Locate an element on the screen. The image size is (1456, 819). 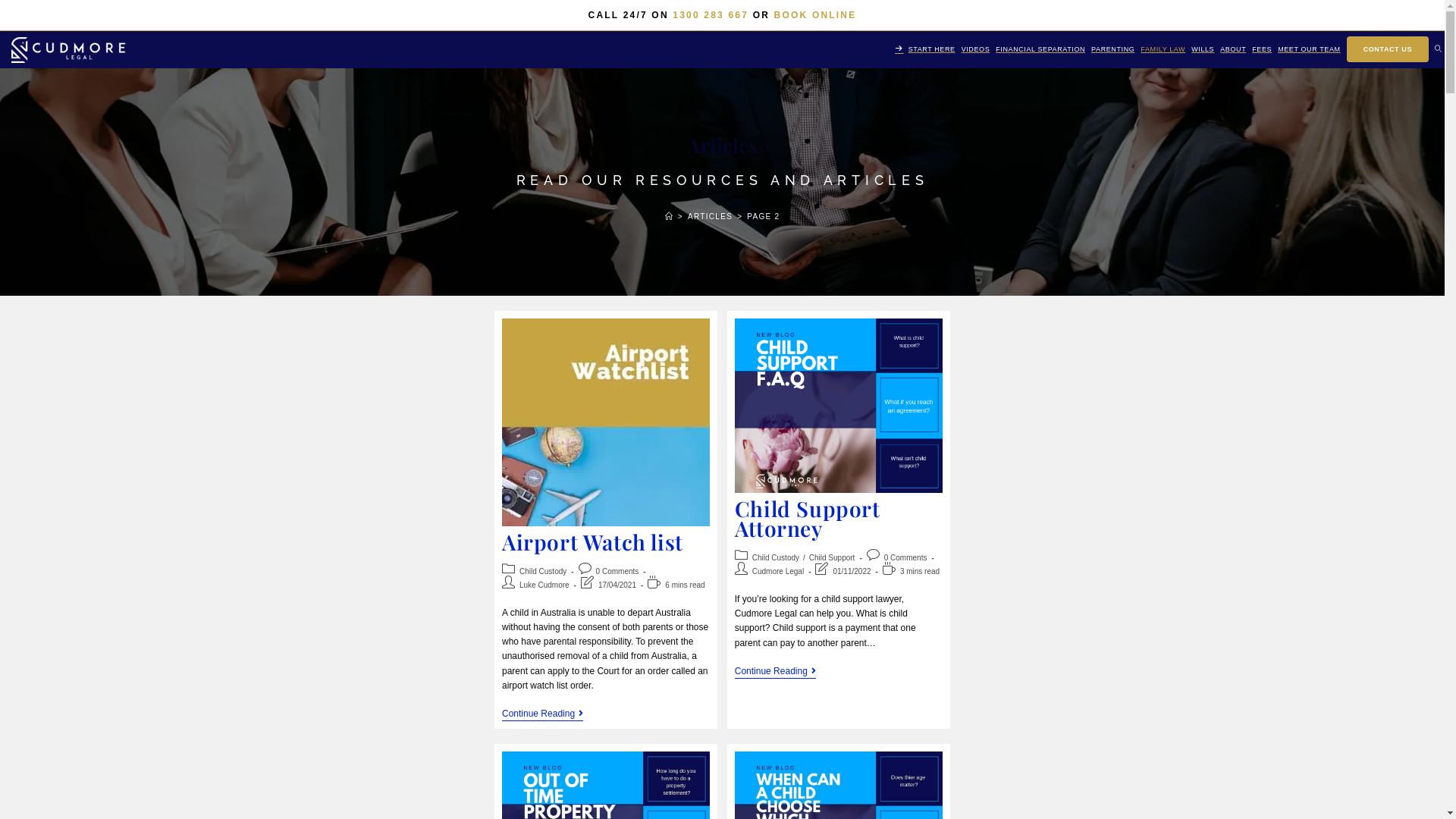
'0 Comments' is located at coordinates (617, 571).